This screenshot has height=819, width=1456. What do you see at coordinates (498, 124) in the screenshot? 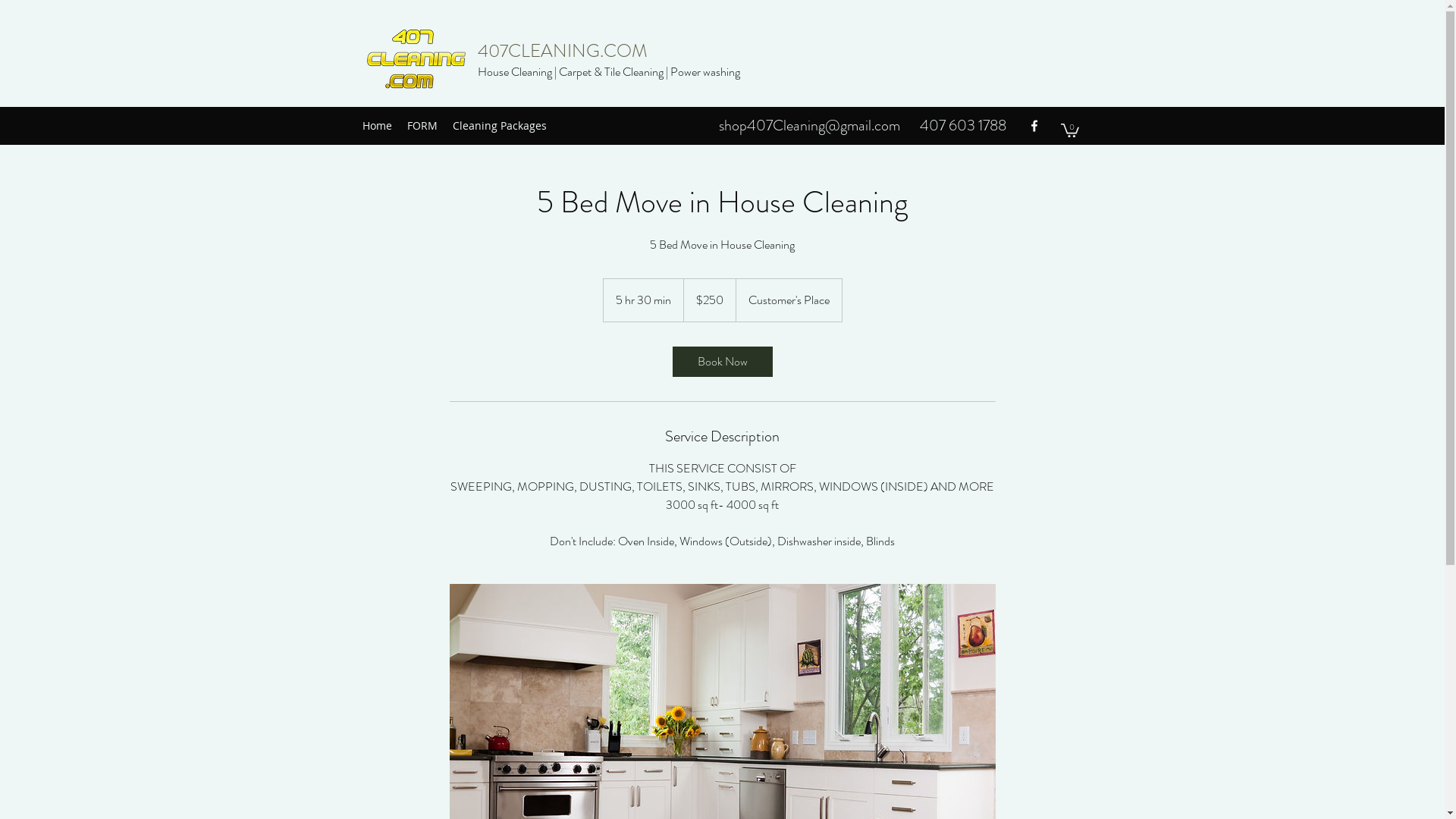
I see `'Cleaning Packages'` at bounding box center [498, 124].